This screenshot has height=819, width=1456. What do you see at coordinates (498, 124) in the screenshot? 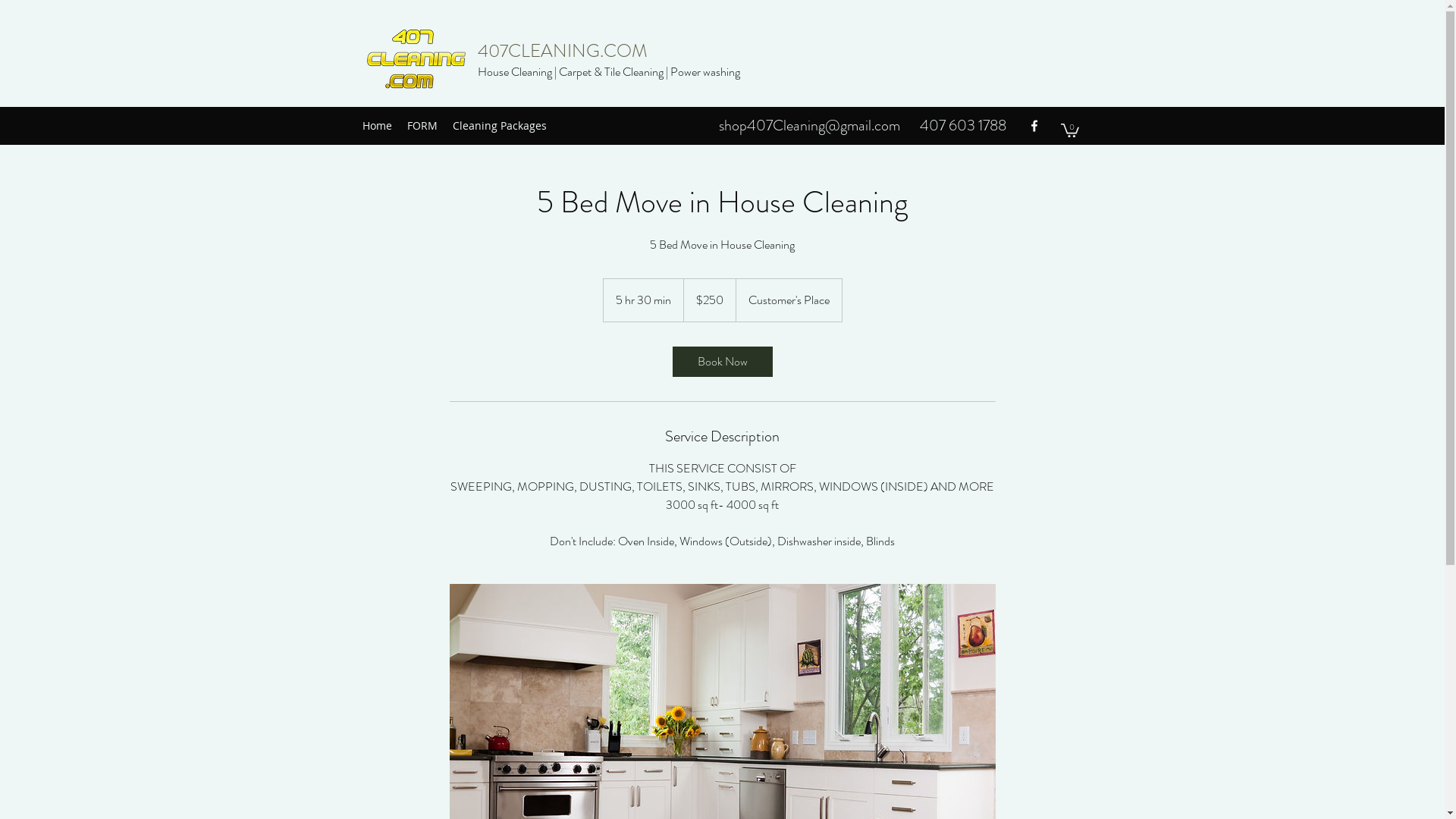
I see `'Cleaning Packages'` at bounding box center [498, 124].